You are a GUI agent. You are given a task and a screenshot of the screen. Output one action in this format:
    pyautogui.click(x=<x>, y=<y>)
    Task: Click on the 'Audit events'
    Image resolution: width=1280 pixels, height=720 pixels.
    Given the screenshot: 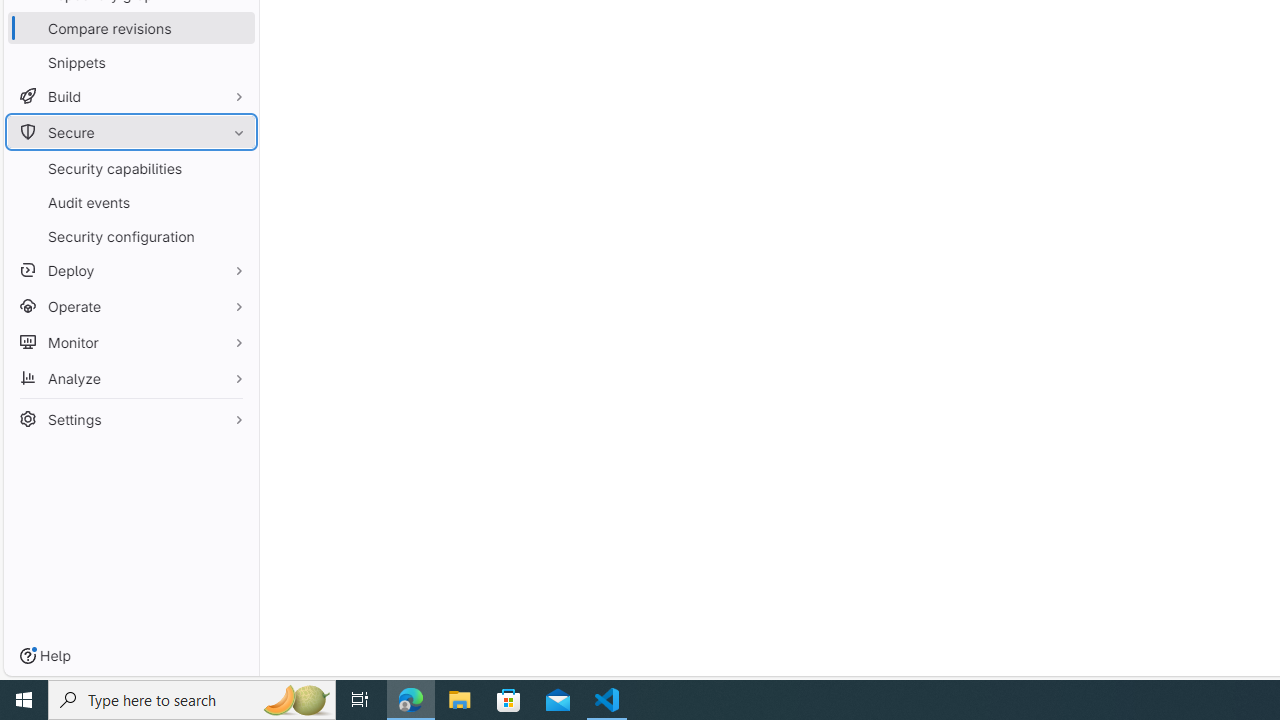 What is the action you would take?
    pyautogui.click(x=130, y=202)
    